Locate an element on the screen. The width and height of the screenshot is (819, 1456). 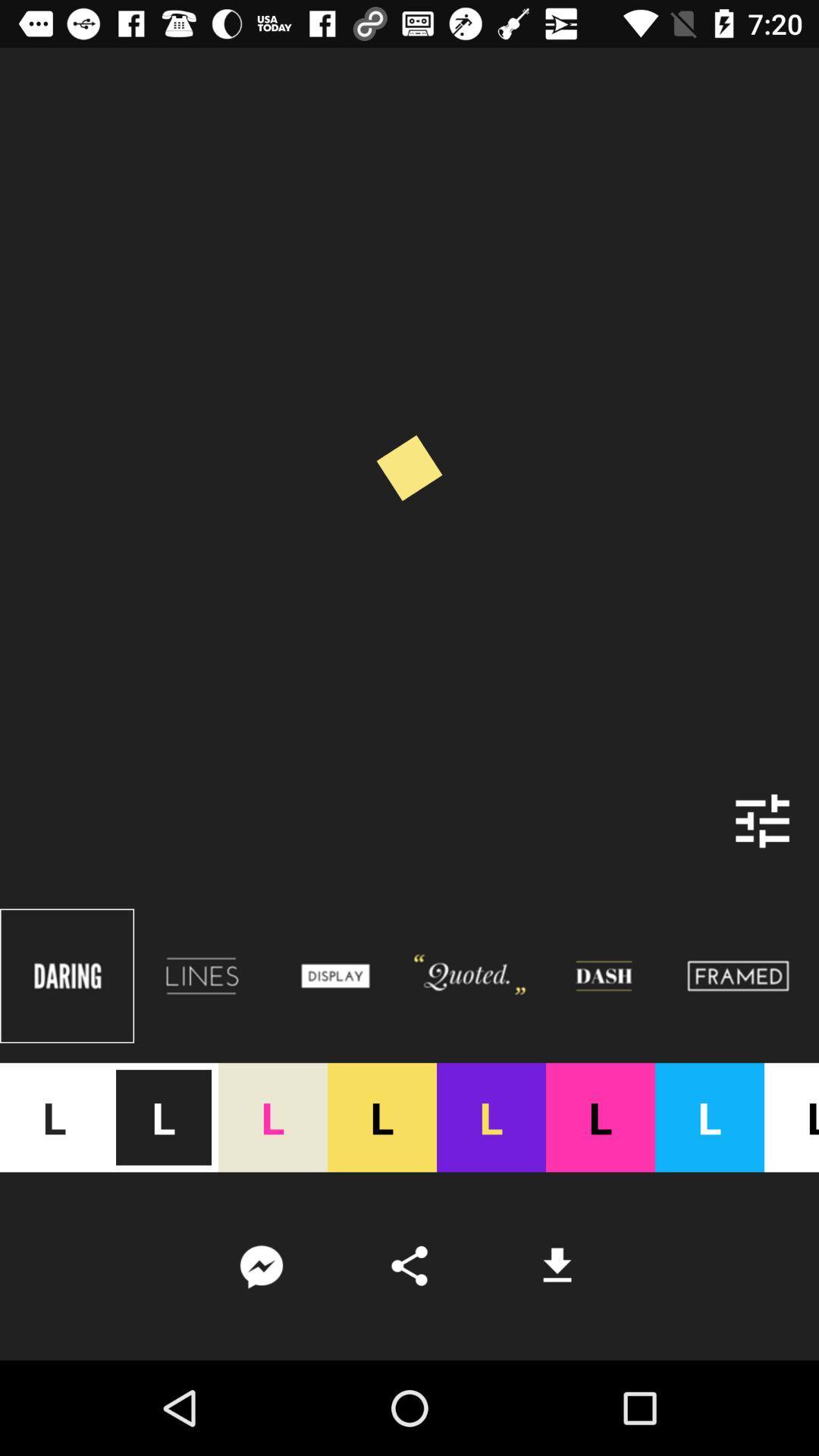
the share icon is located at coordinates (409, 1266).